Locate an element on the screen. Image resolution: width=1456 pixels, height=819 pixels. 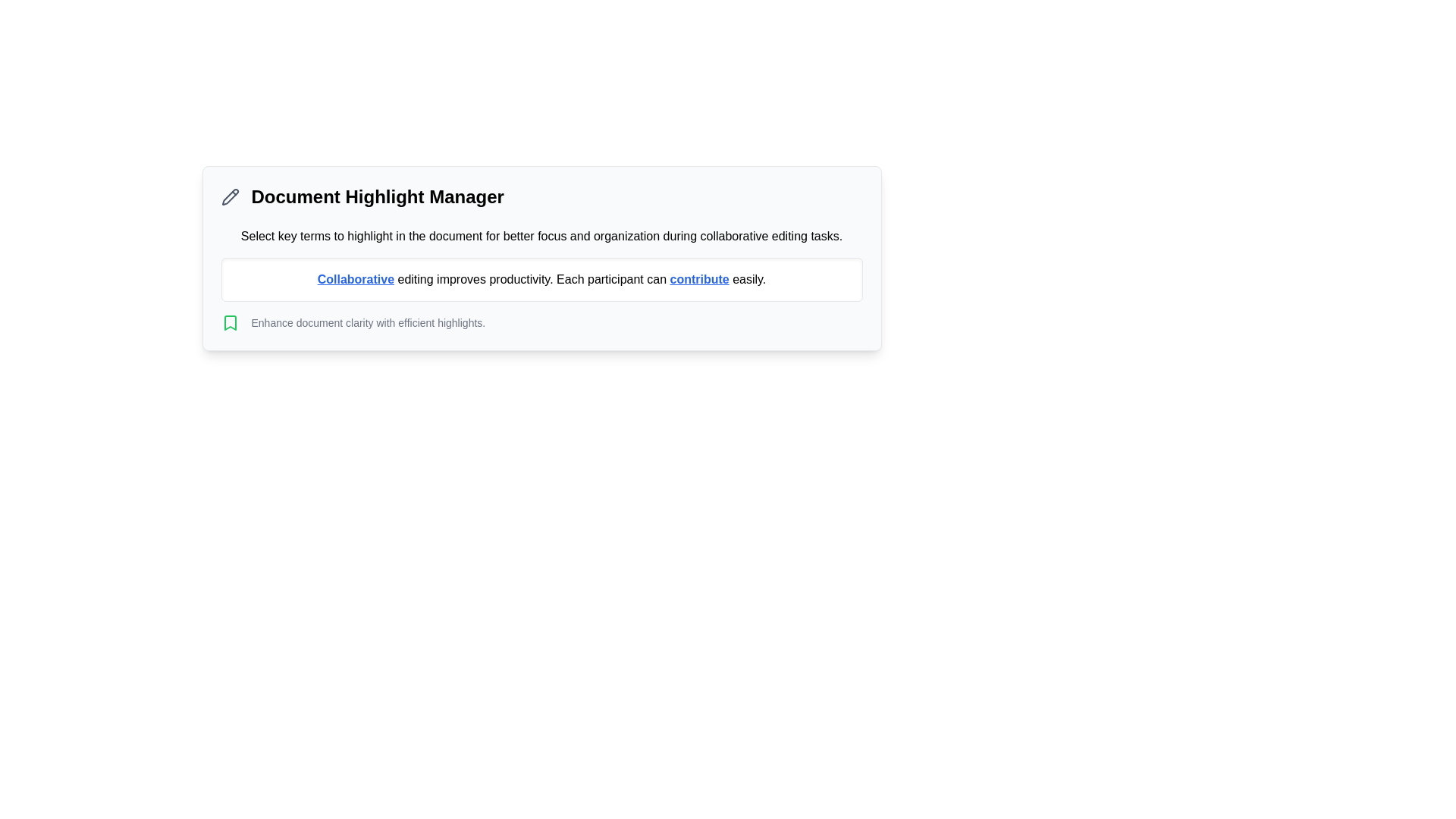
on the text element located directly is located at coordinates (747, 279).